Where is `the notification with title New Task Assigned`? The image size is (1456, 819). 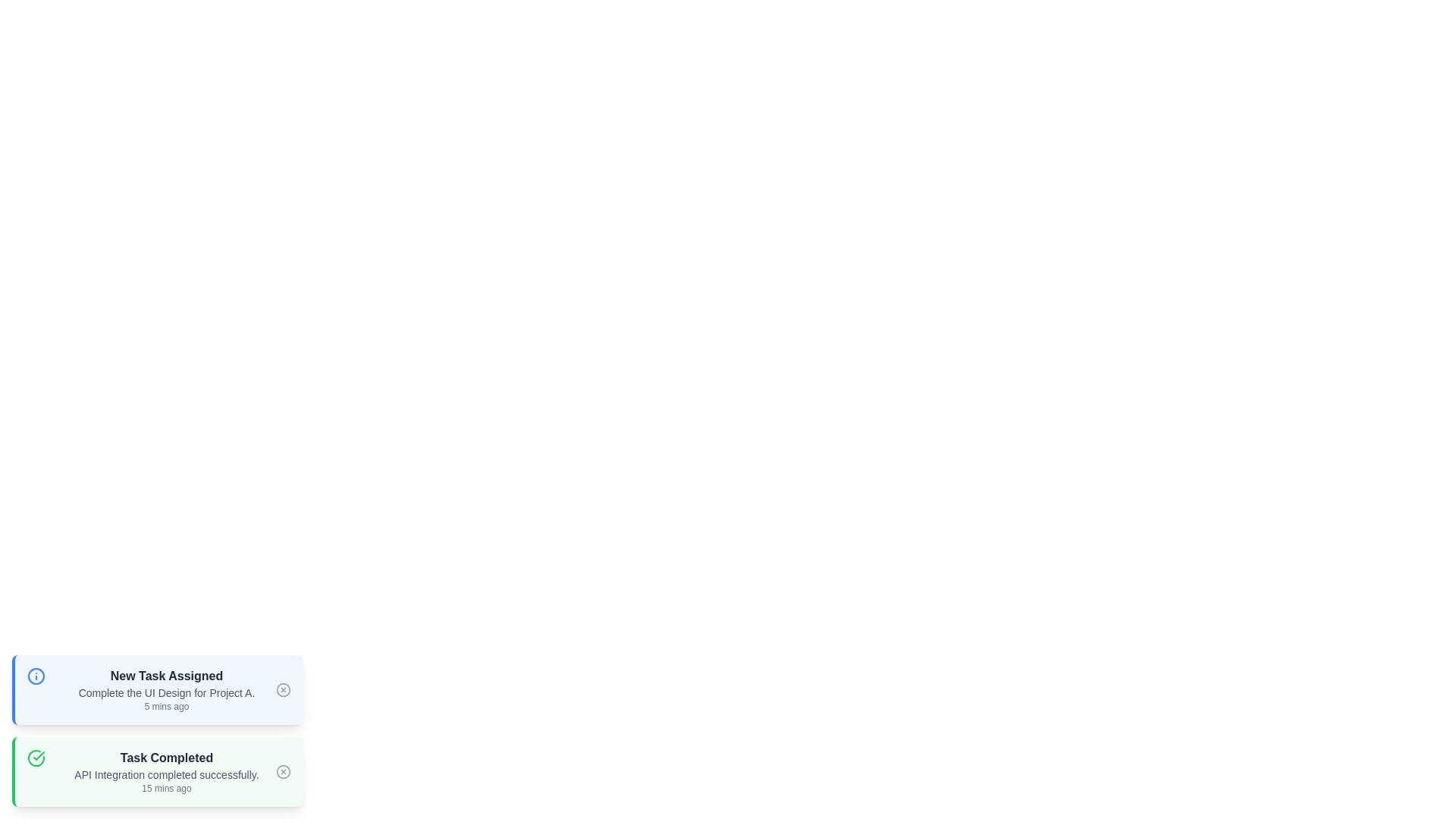
the notification with title New Task Assigned is located at coordinates (157, 690).